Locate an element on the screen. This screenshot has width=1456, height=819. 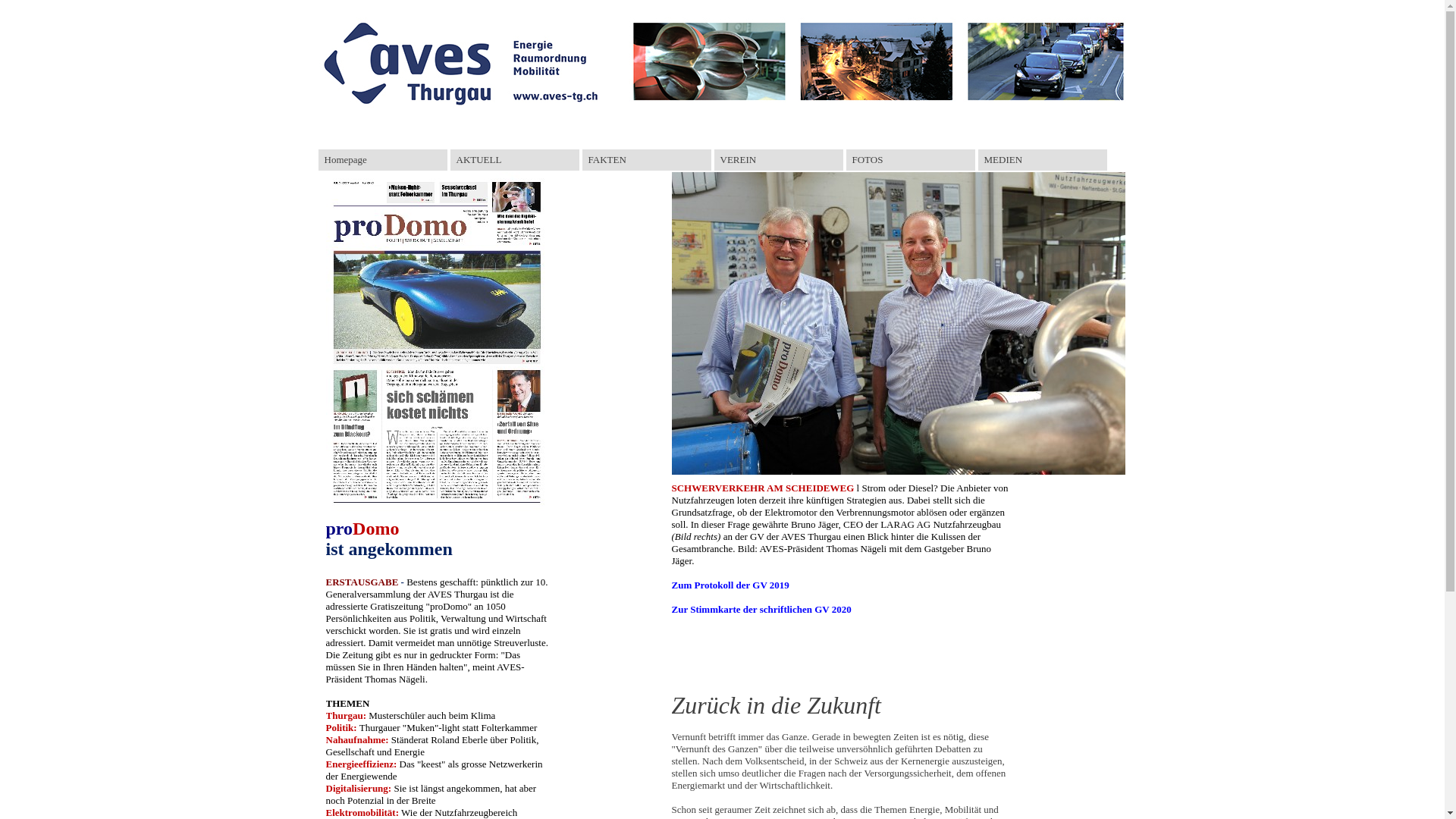
'AKTUELL' is located at coordinates (450, 160).